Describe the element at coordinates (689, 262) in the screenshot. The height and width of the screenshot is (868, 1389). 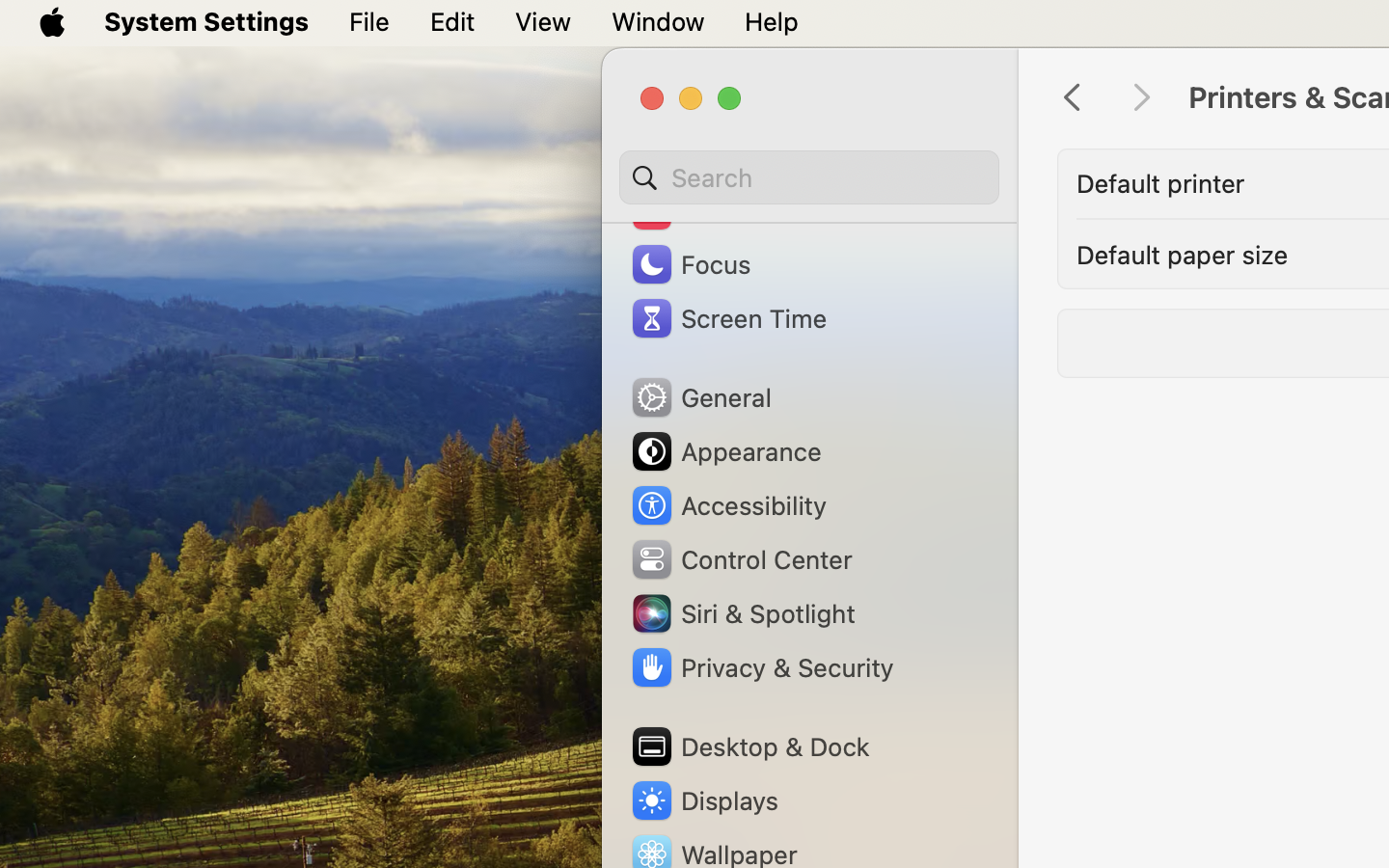
I see `'Focus'` at that location.